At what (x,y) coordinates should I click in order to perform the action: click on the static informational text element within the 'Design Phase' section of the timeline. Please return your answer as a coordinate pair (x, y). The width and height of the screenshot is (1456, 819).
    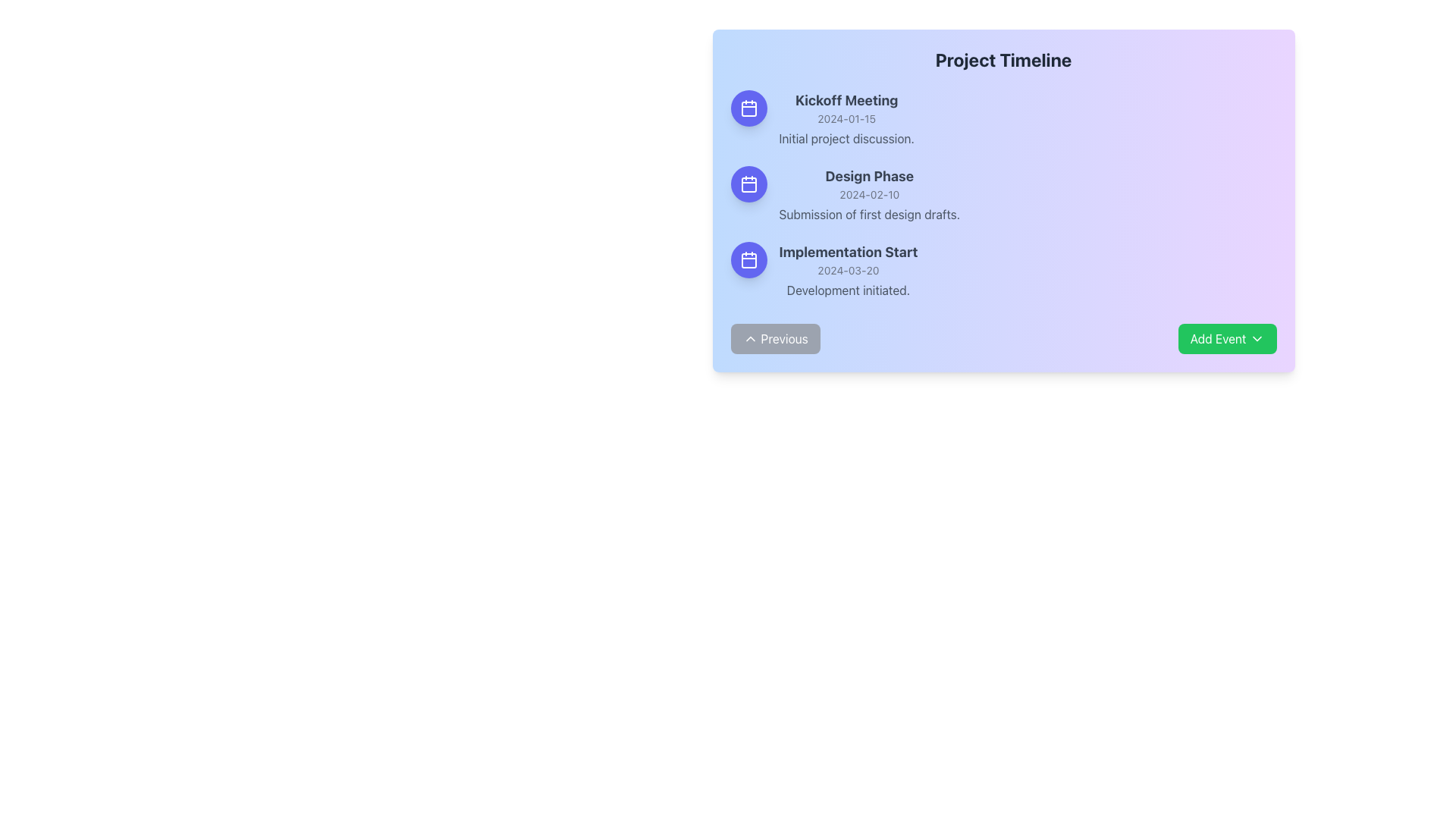
    Looking at the image, I should click on (869, 214).